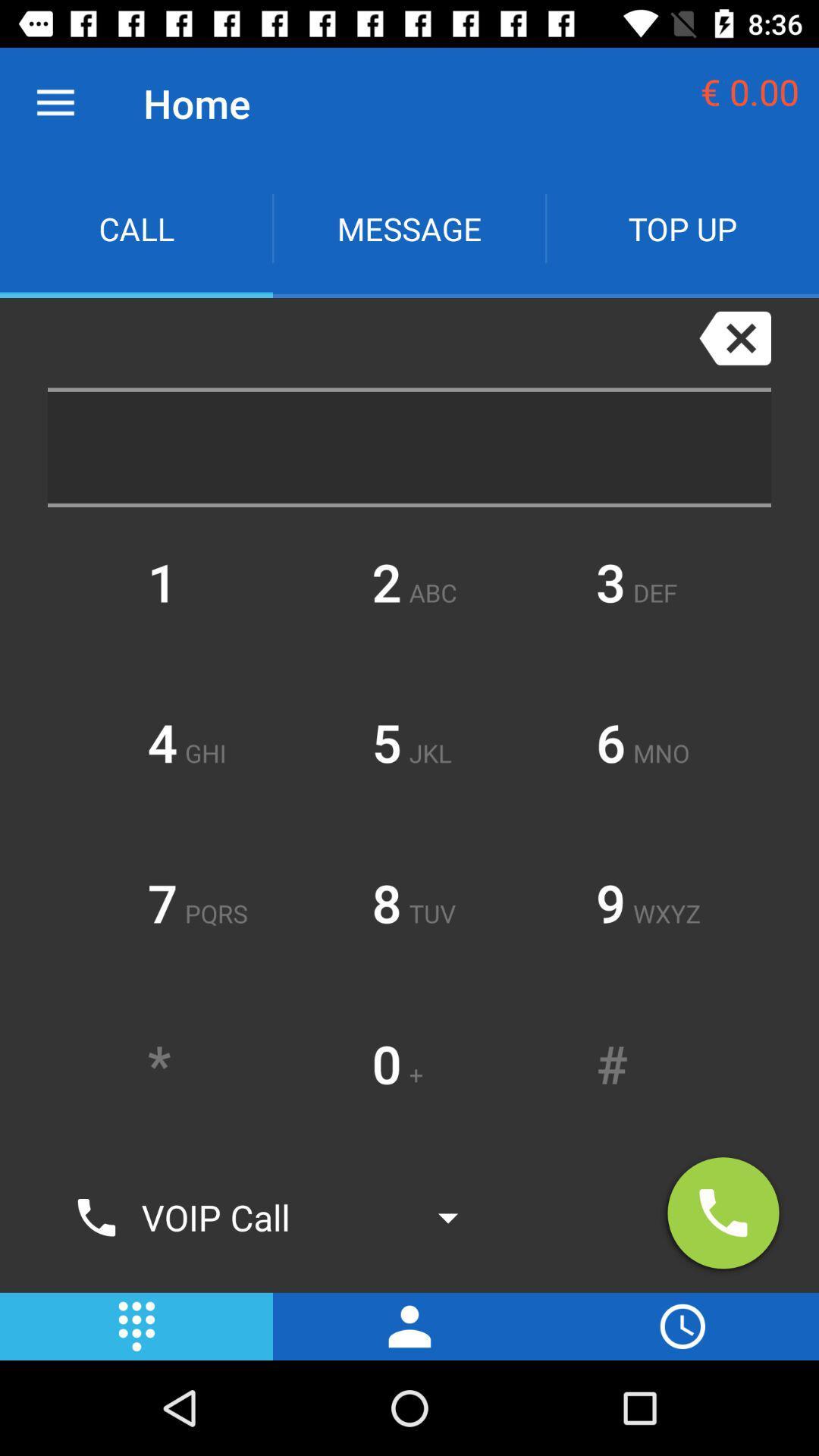 Image resolution: width=819 pixels, height=1456 pixels. Describe the element at coordinates (136, 1326) in the screenshot. I see `the more icon` at that location.